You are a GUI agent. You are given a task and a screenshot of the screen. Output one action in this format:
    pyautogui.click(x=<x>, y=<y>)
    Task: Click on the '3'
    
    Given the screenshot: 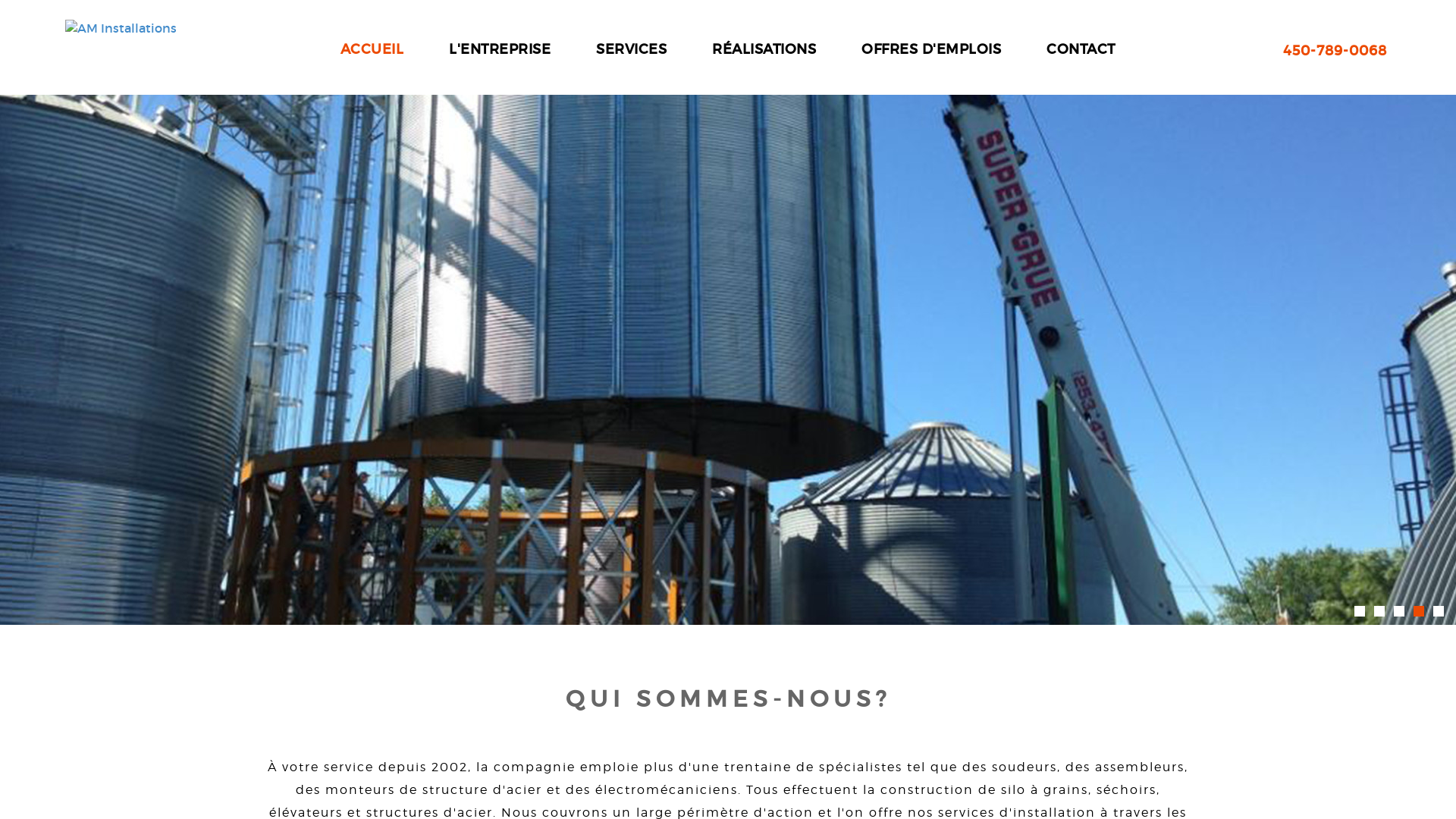 What is the action you would take?
    pyautogui.click(x=1398, y=610)
    